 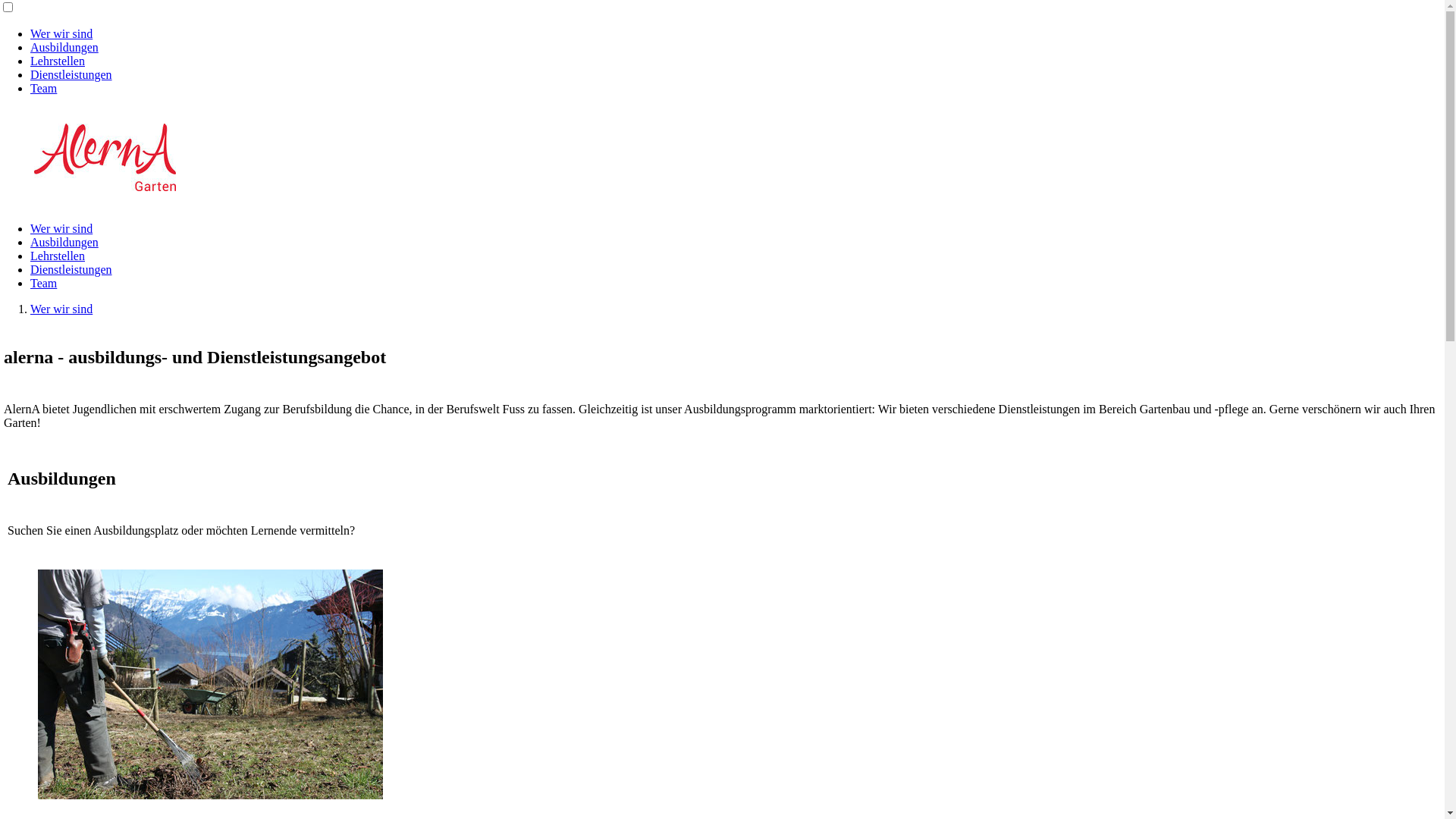 What do you see at coordinates (43, 283) in the screenshot?
I see `'Team'` at bounding box center [43, 283].